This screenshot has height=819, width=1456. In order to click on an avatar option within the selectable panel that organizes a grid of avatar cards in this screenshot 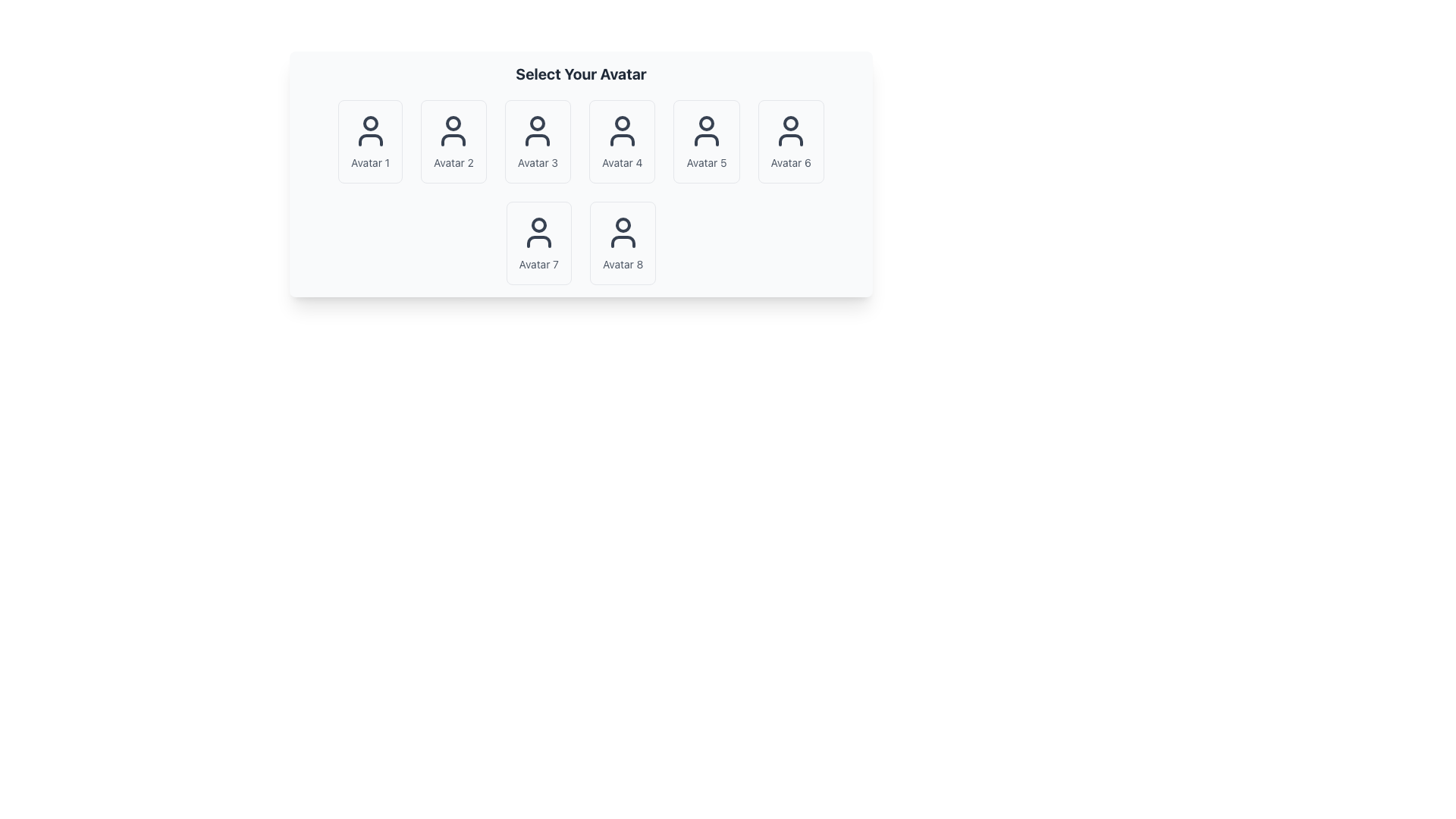, I will do `click(580, 174)`.